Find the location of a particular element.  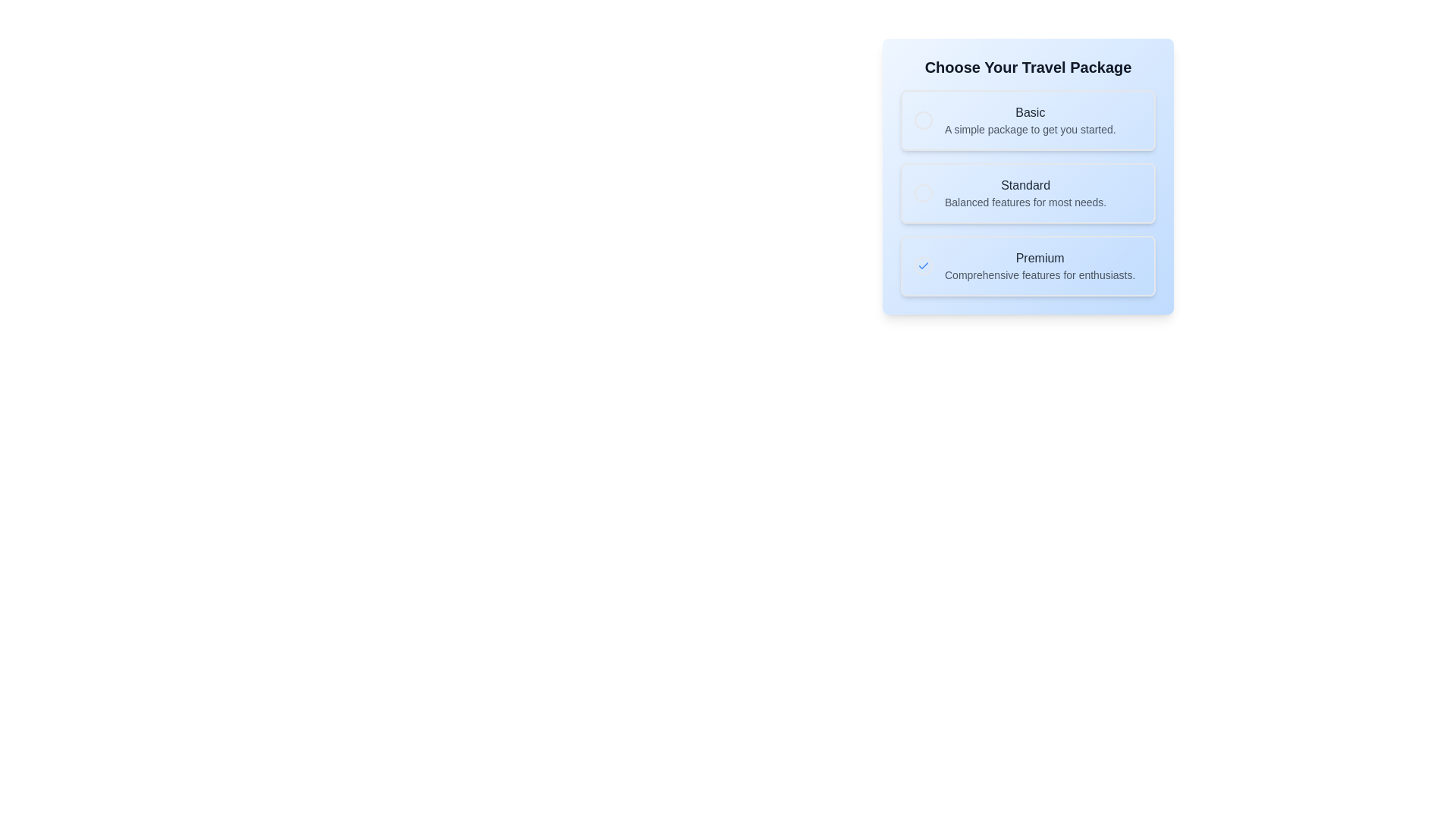

the 'Premium' selectable card element, which is the third option in the list of travel packages is located at coordinates (1028, 265).